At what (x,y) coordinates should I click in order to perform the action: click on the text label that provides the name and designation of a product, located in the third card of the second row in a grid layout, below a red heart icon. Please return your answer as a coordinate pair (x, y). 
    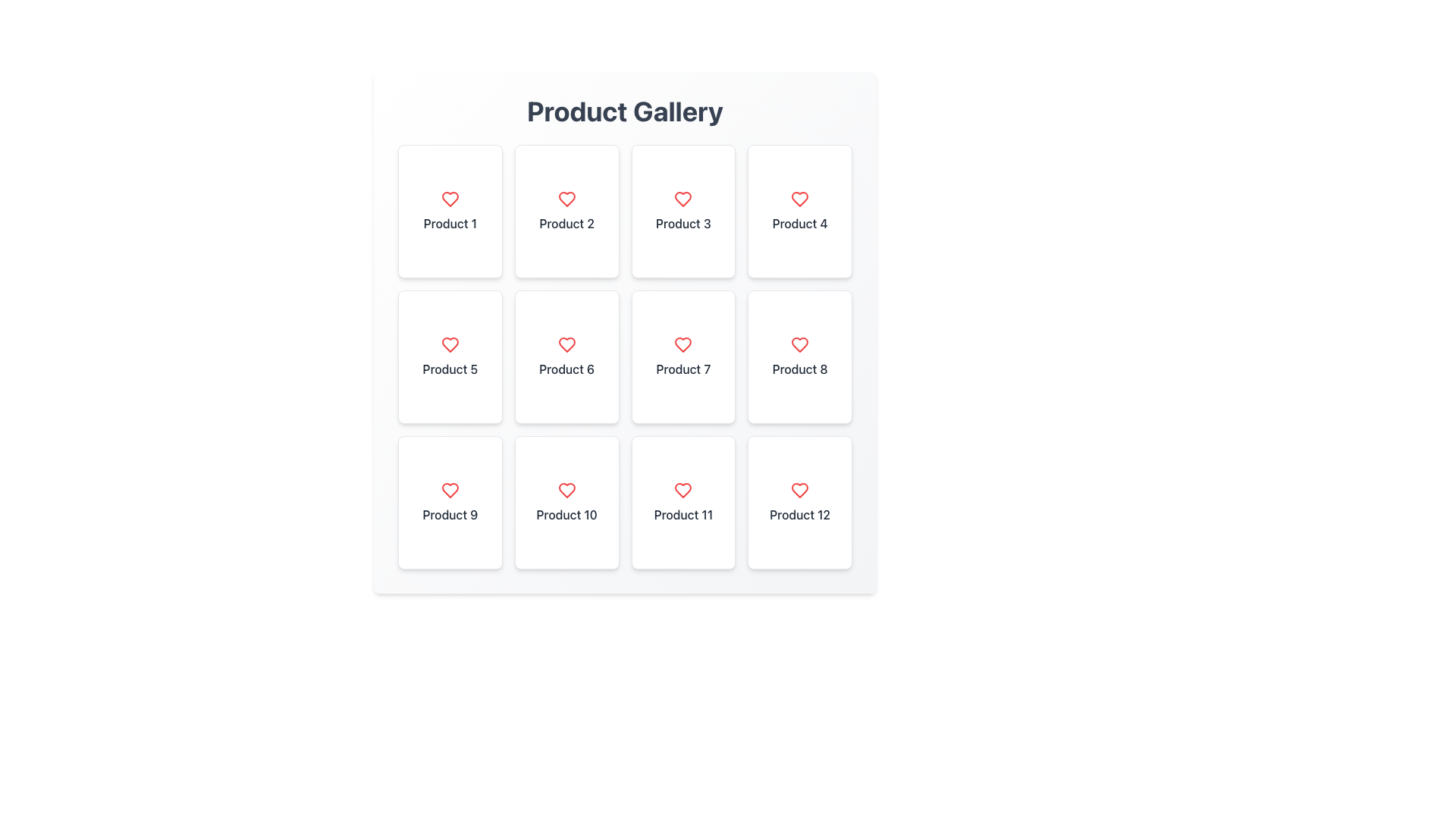
    Looking at the image, I should click on (449, 369).